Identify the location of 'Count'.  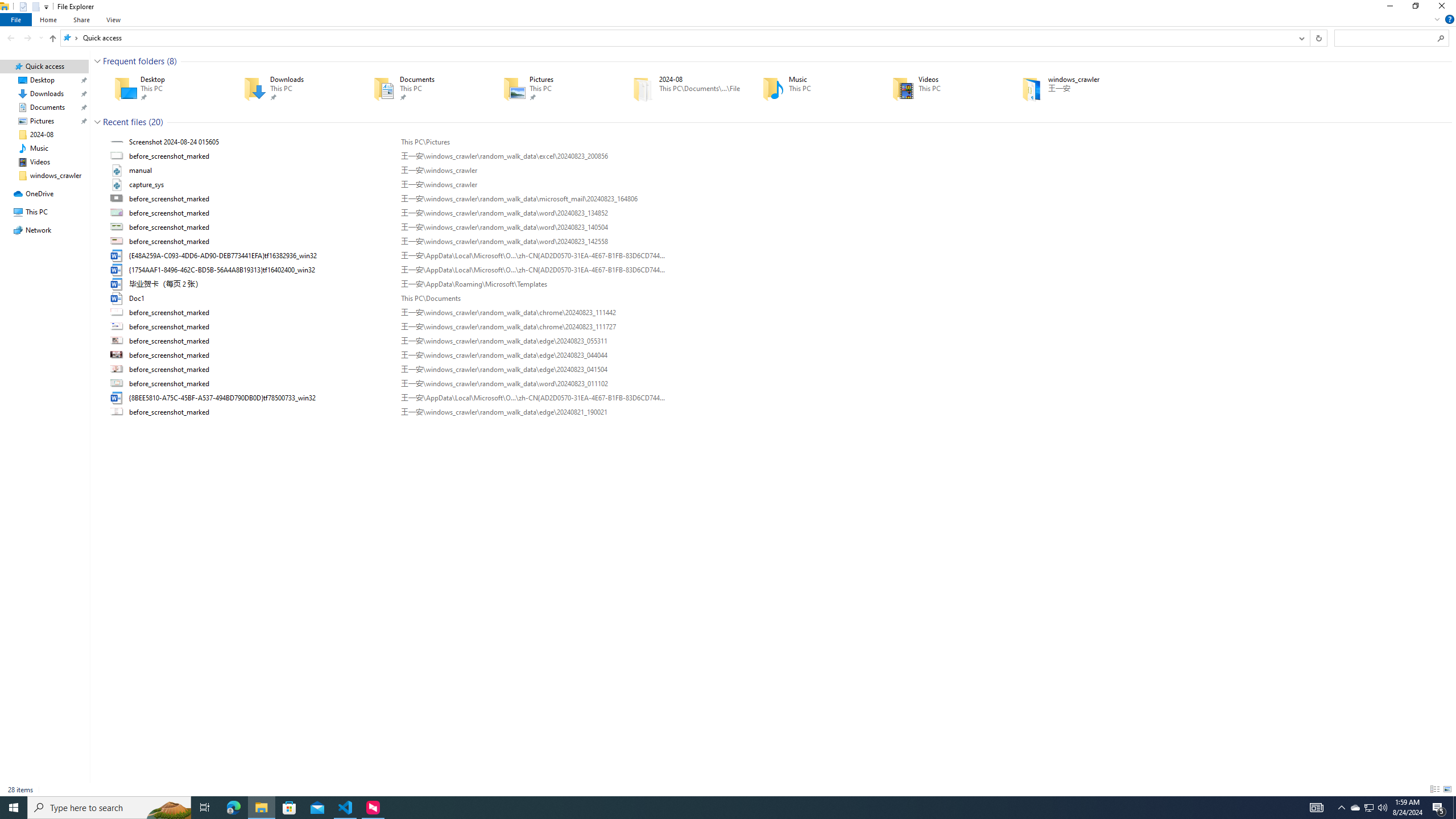
(155, 122).